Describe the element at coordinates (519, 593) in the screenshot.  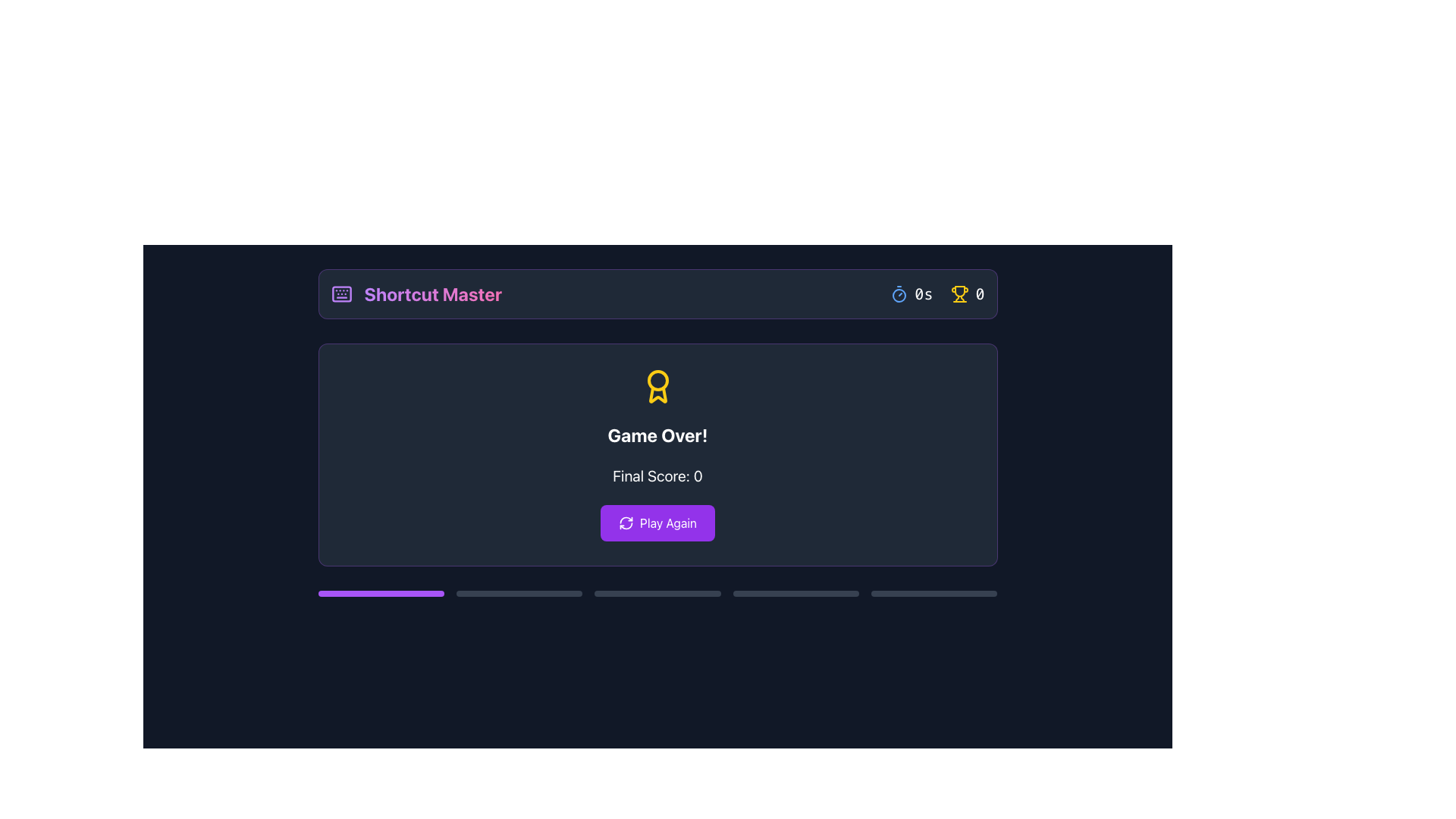
I see `the second progress indicator bar, which is positioned horizontally beneath a section displaying scores and options, located to the right of a purple bar and to the left of three gray bars` at that location.